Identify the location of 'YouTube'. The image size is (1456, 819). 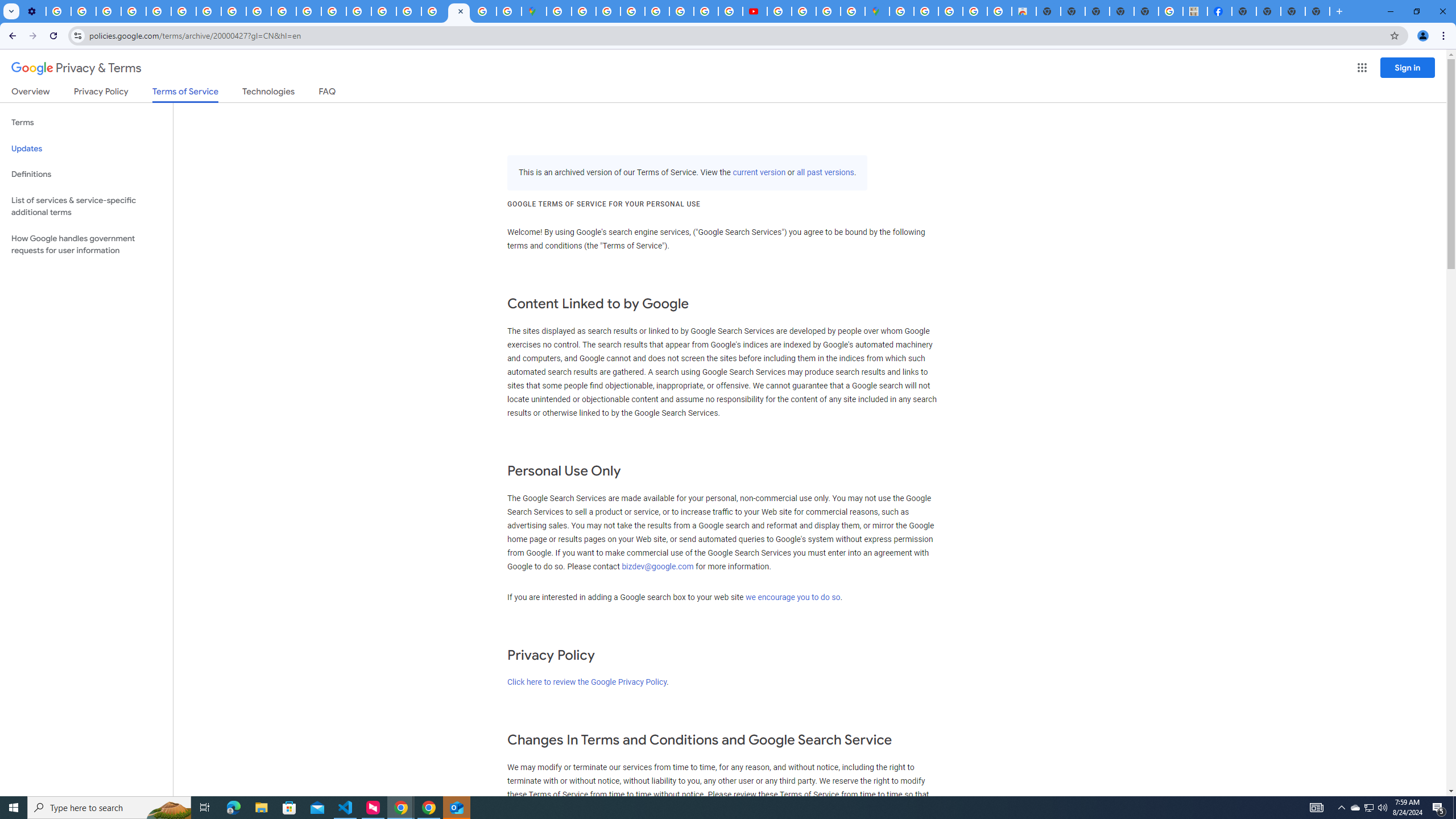
(183, 11).